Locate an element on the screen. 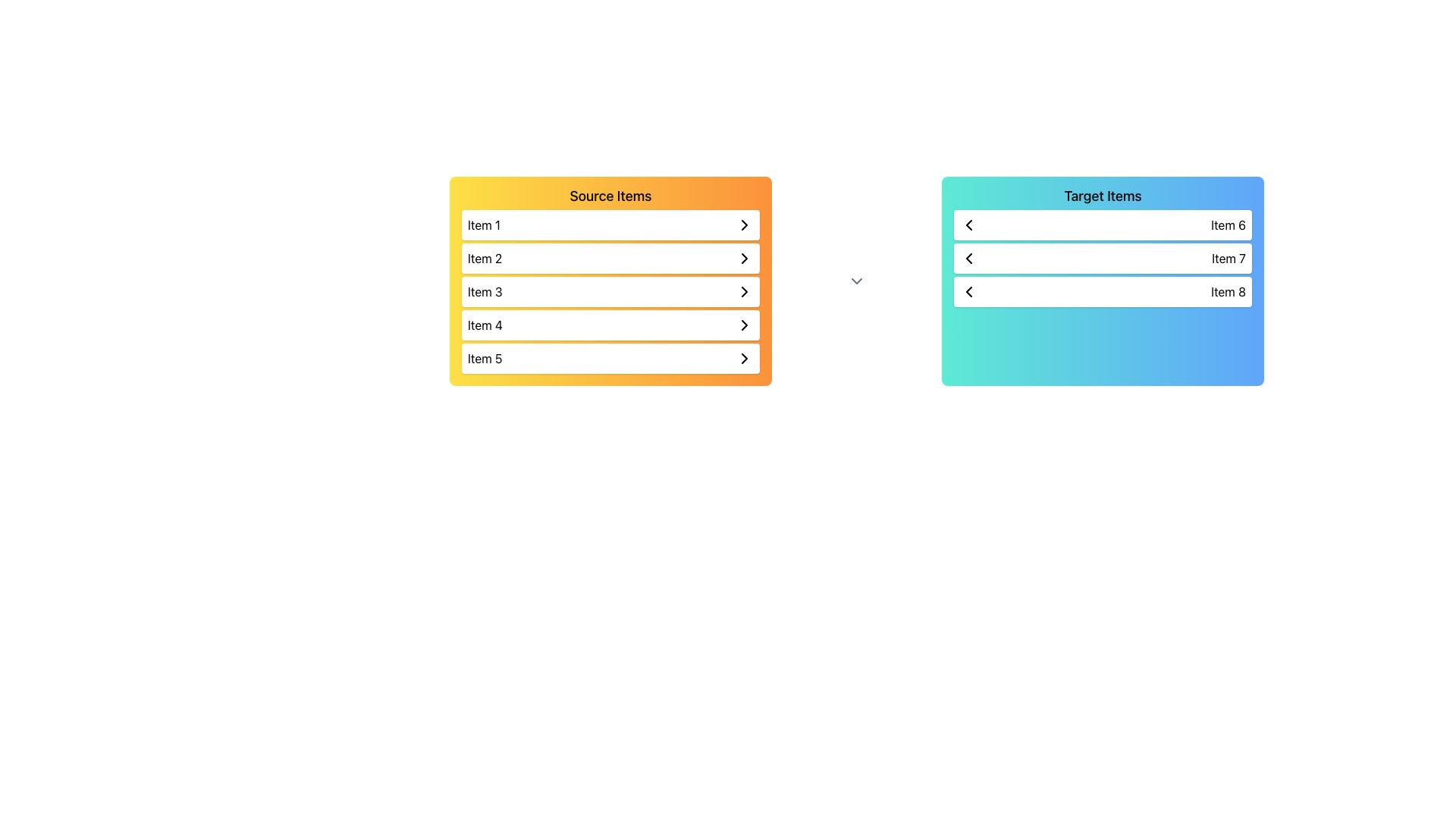 The image size is (1456, 819). the right-arrow icon located is located at coordinates (744, 257).